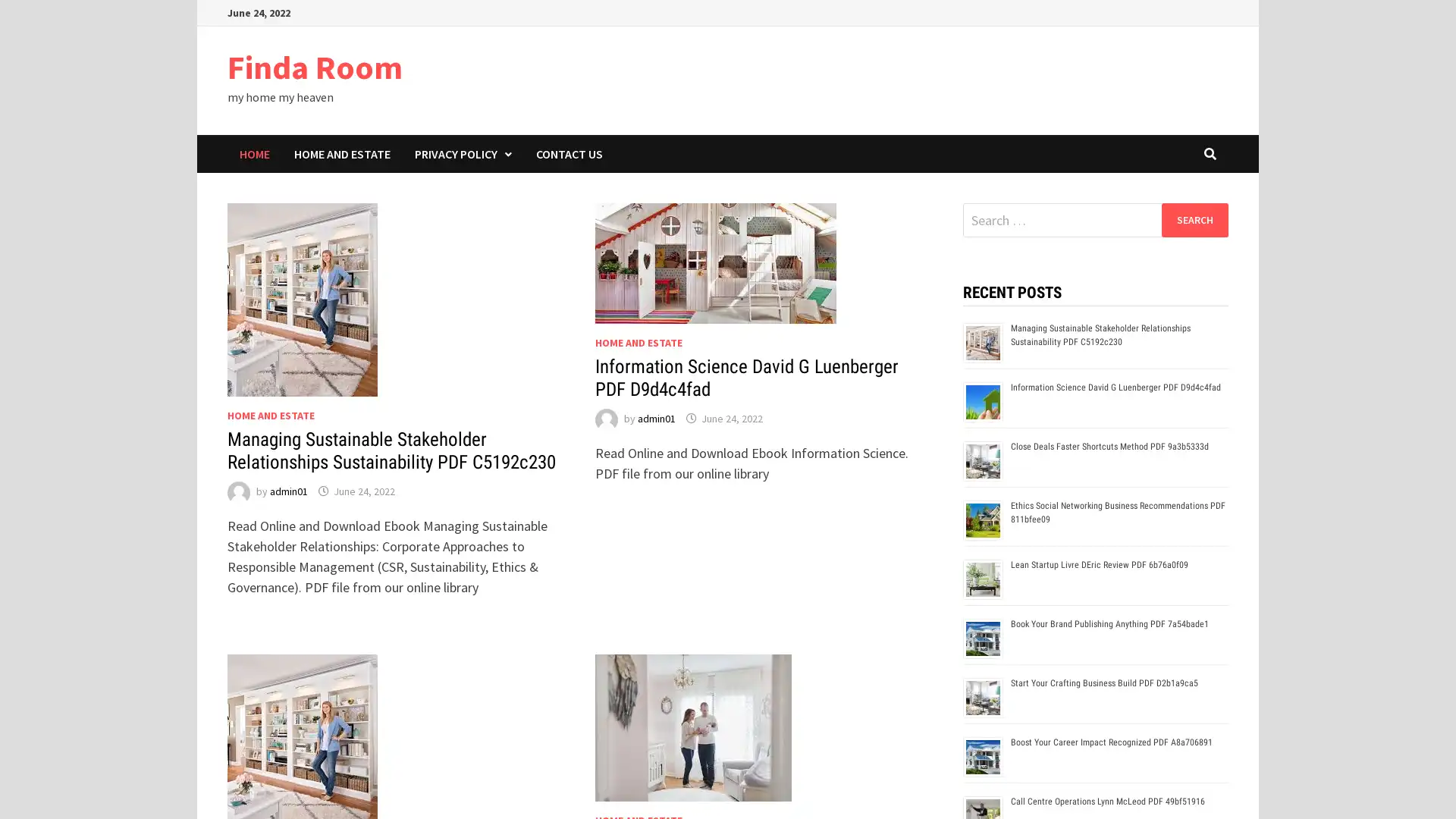 The image size is (1456, 819). What do you see at coordinates (1194, 219) in the screenshot?
I see `Search` at bounding box center [1194, 219].